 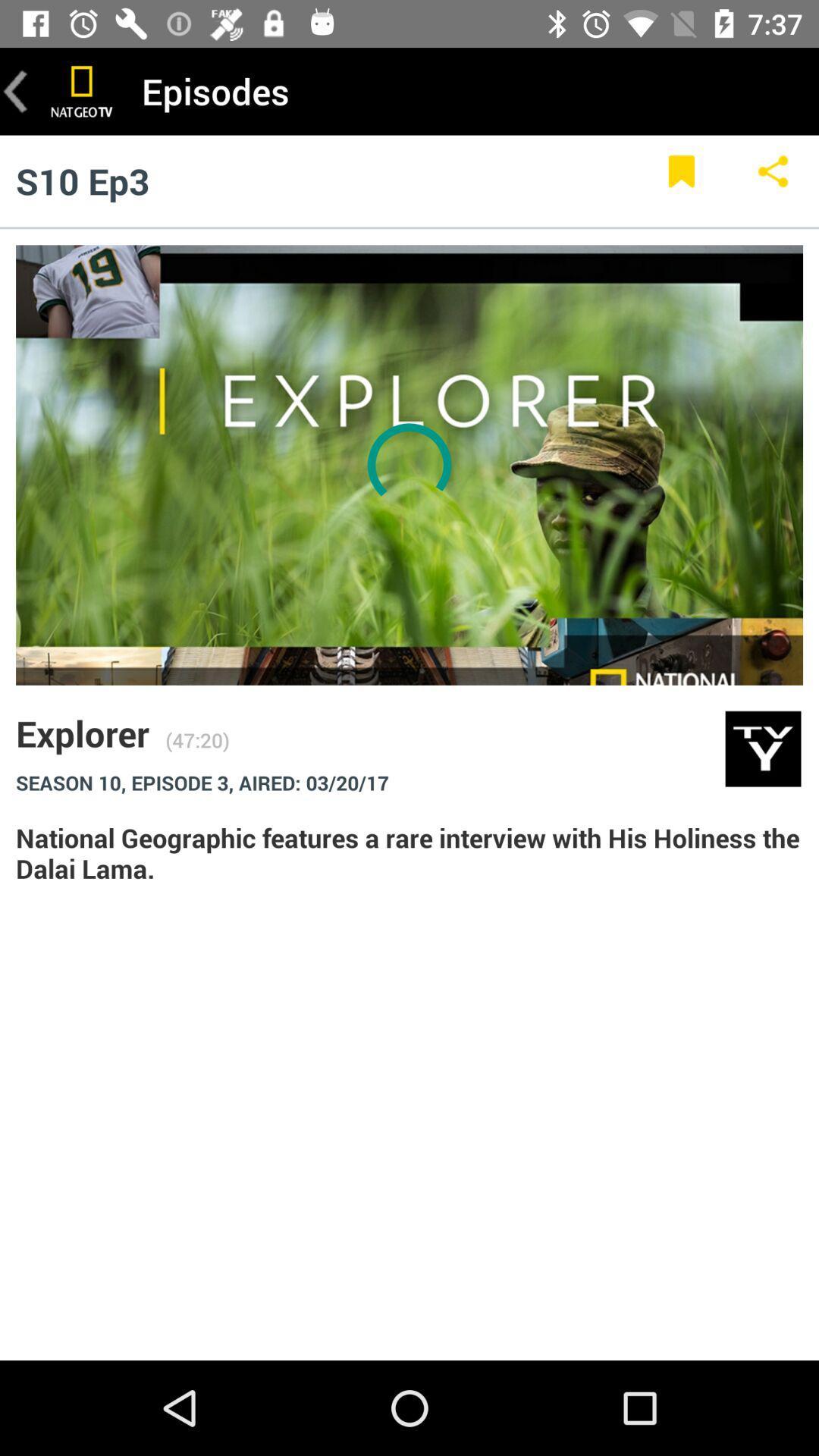 What do you see at coordinates (680, 180) in the screenshot?
I see `the icon next to s10 ep3 icon` at bounding box center [680, 180].